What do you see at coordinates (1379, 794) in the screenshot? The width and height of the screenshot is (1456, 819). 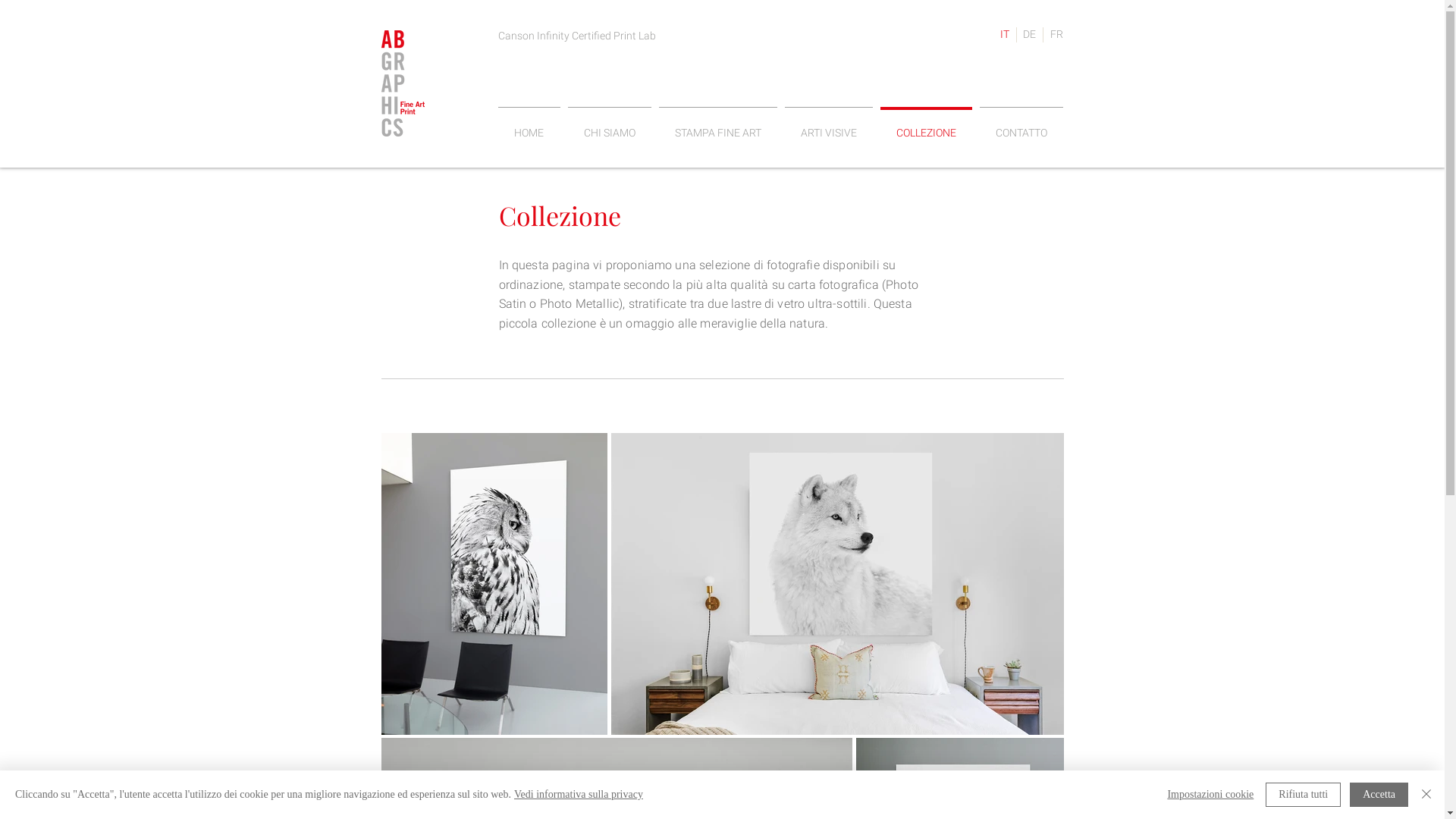 I see `'Accetta'` at bounding box center [1379, 794].